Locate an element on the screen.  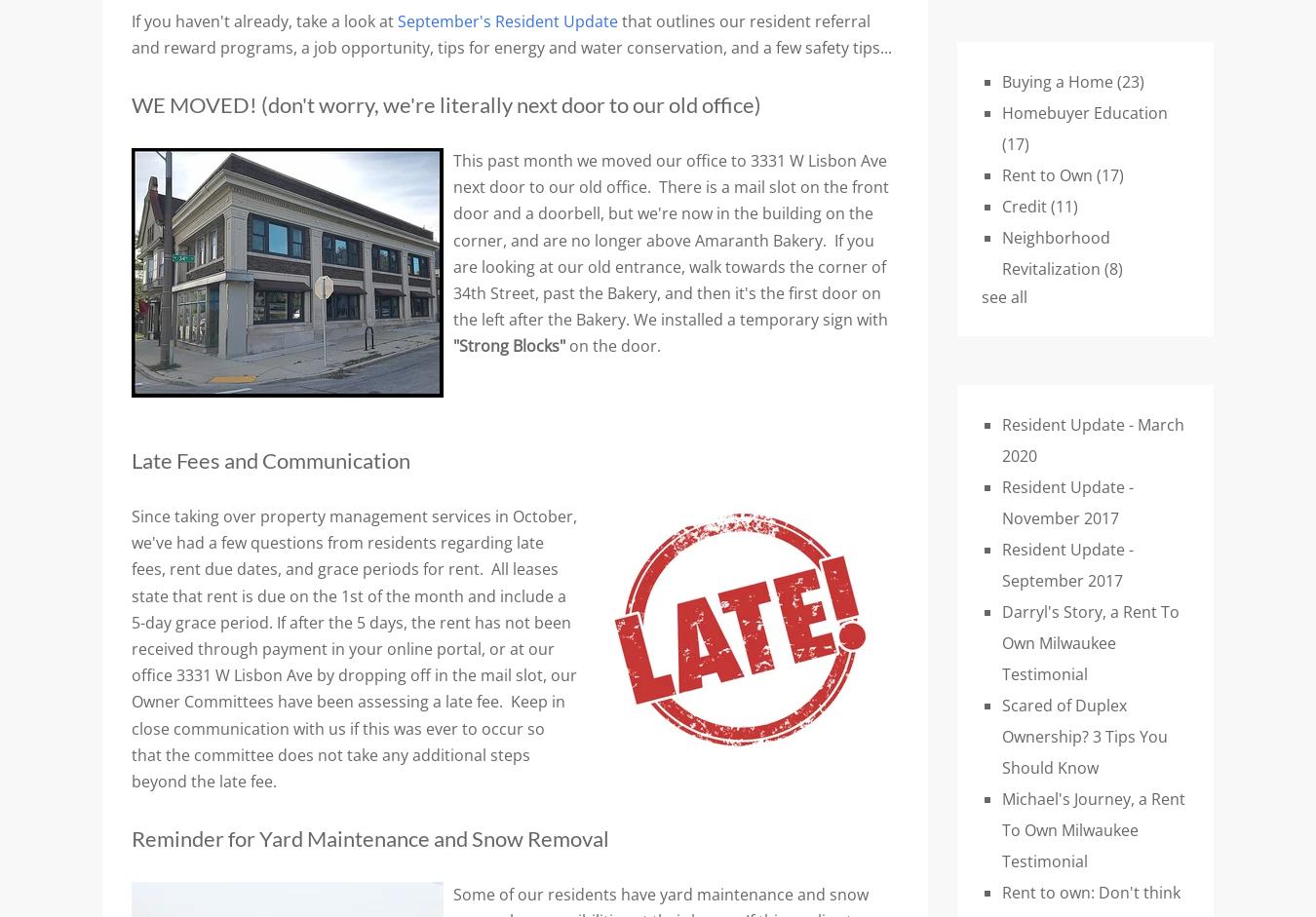
'on the door.' is located at coordinates (612, 346).